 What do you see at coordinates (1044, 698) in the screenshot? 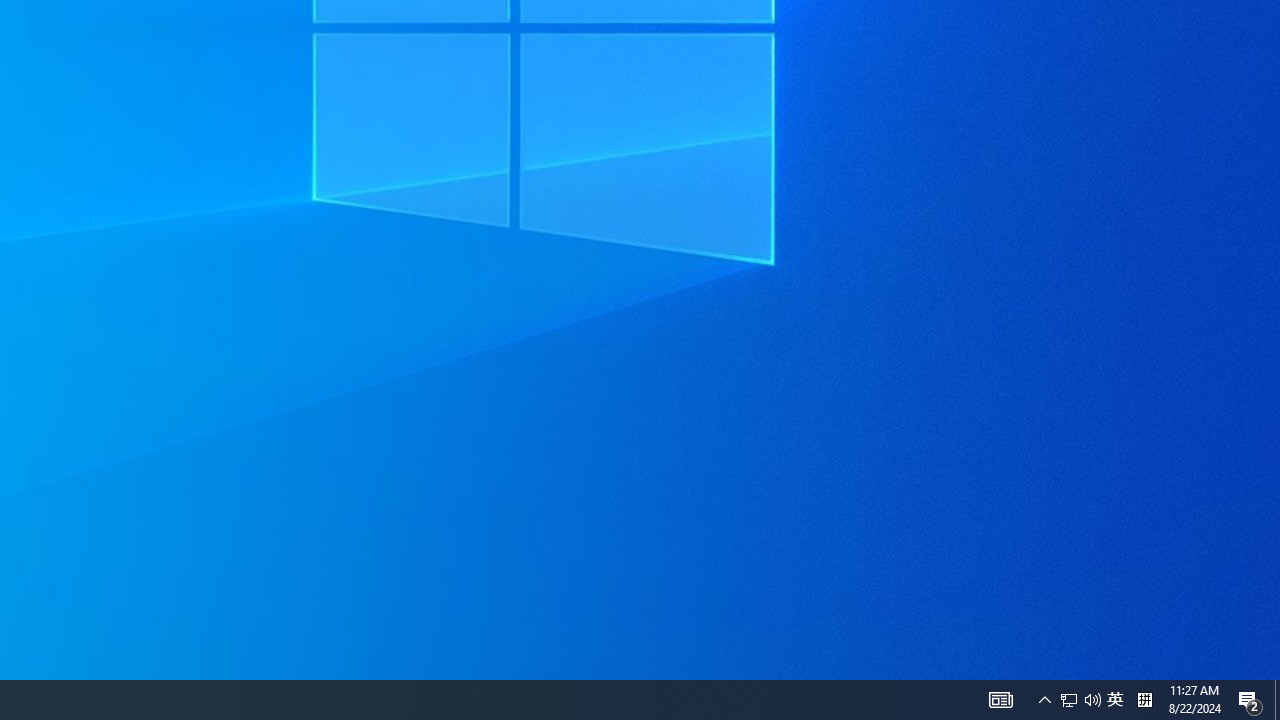
I see `'Notification Chevron'` at bounding box center [1044, 698].